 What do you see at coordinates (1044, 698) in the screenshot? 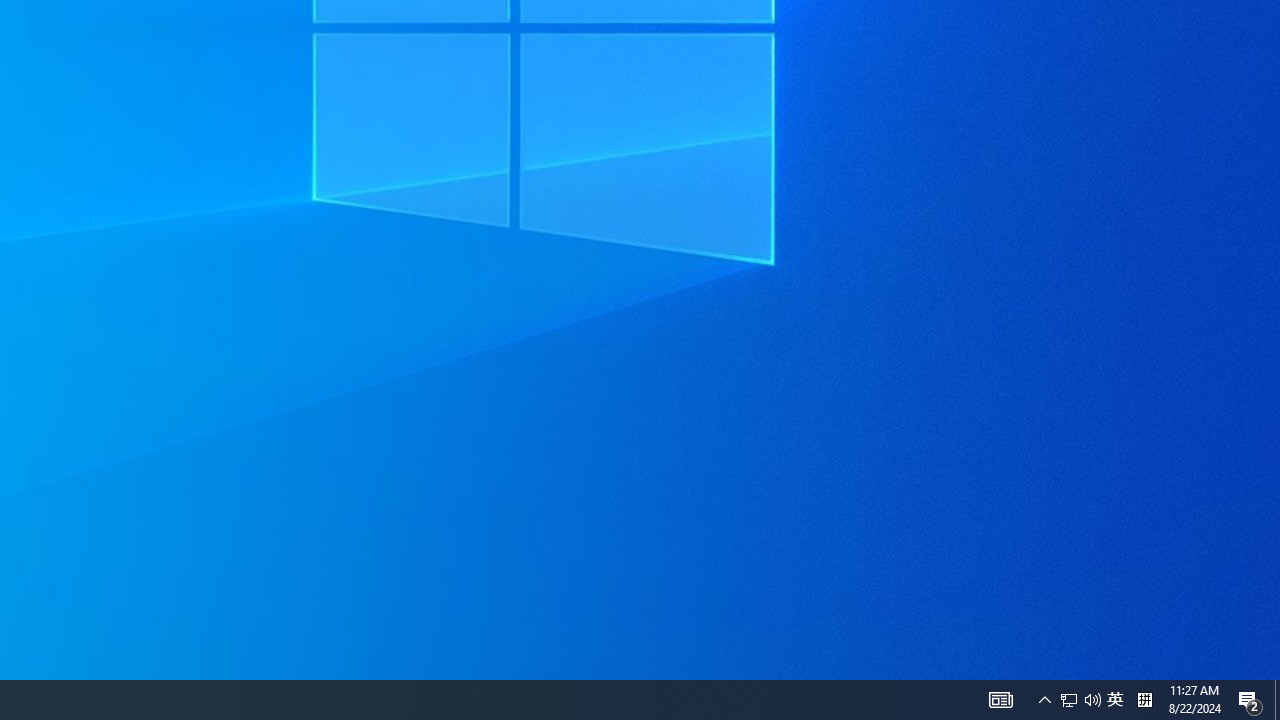
I see `'Notification Chevron'` at bounding box center [1044, 698].